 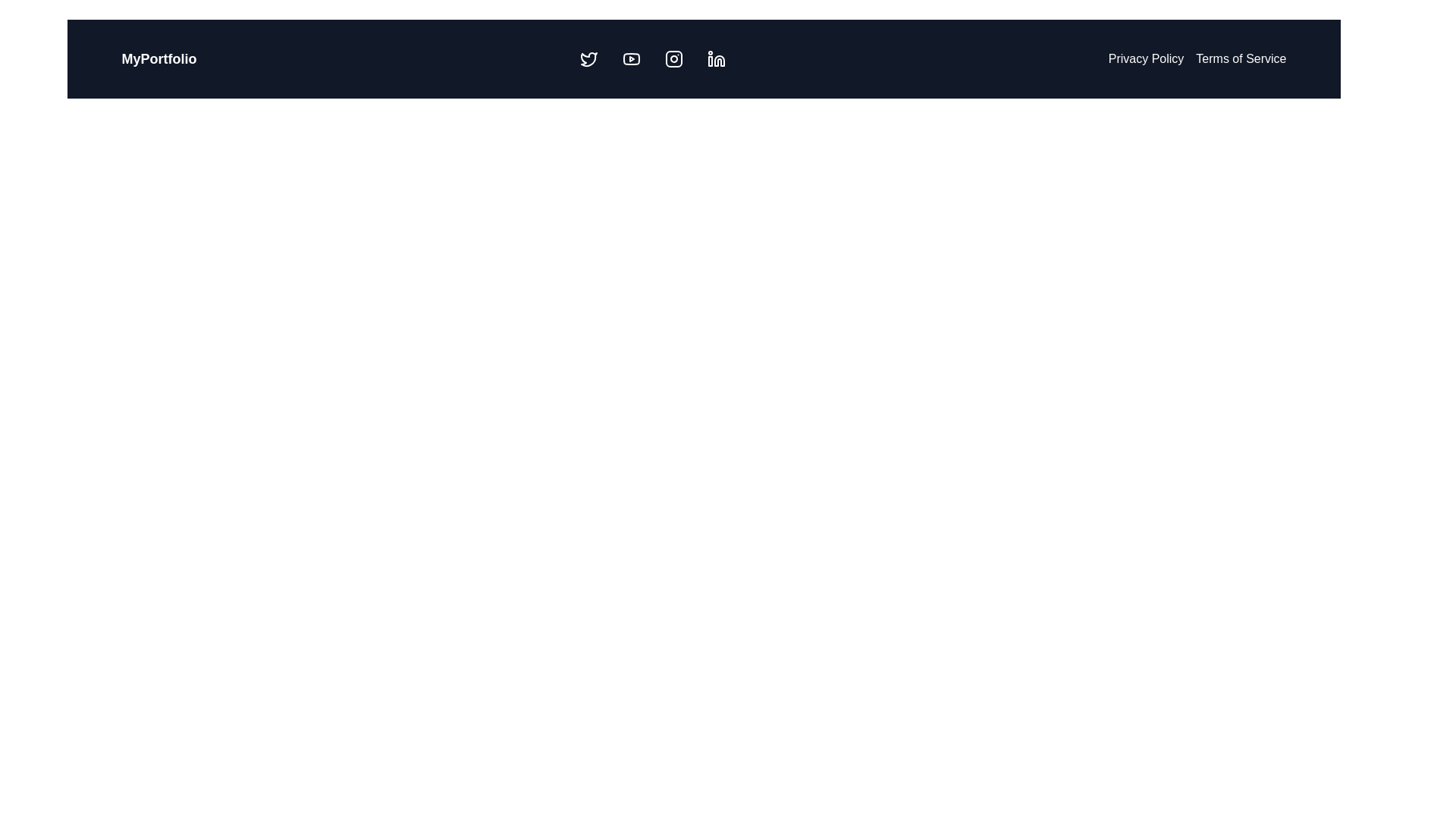 I want to click on the YouTube button, which is a rounded rectangle with a dark background and a YouTube logo icon, located in the top navigation bar as the third button in a row of four social media buttons, so click(x=631, y=58).